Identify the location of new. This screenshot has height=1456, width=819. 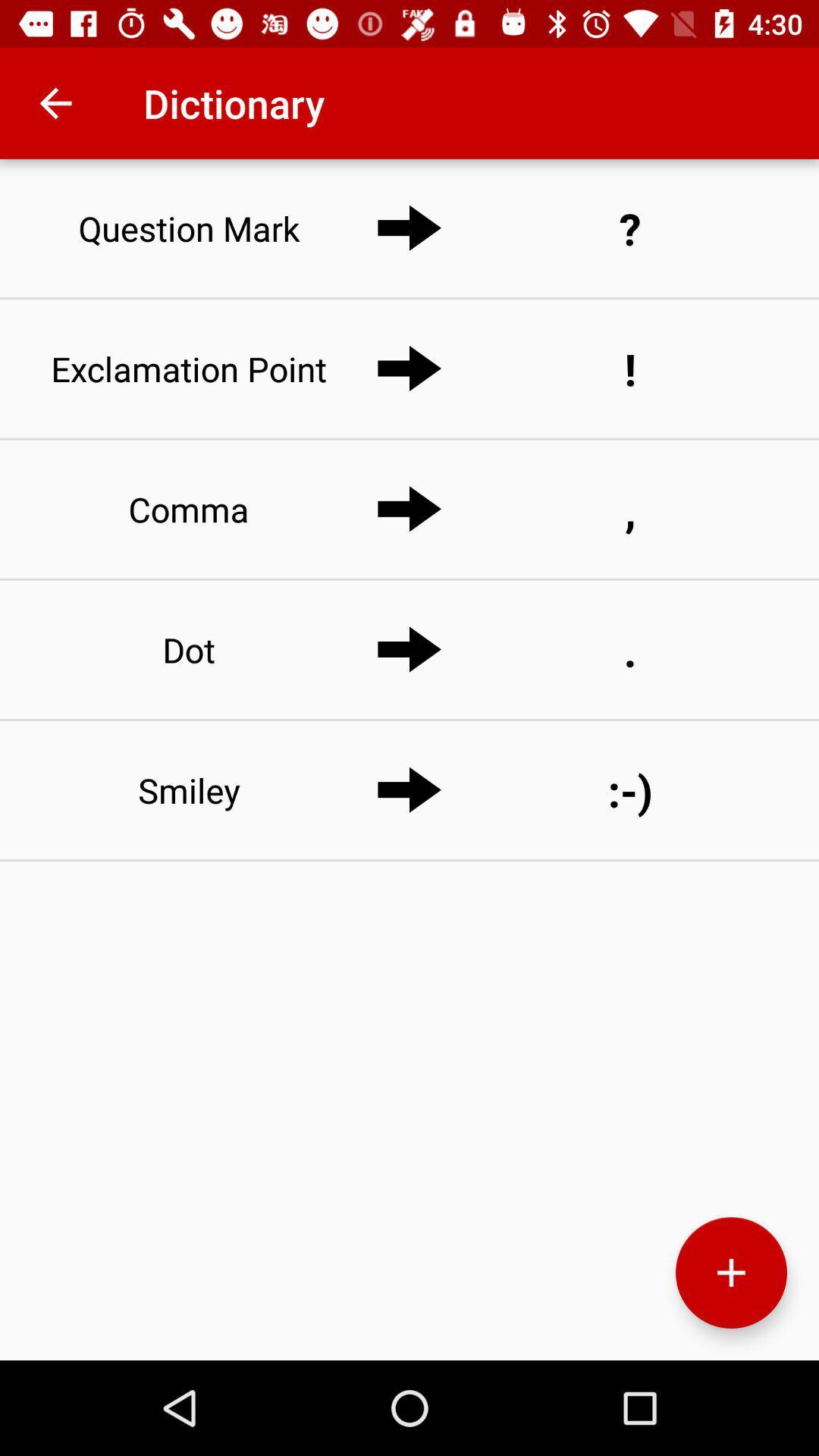
(730, 1272).